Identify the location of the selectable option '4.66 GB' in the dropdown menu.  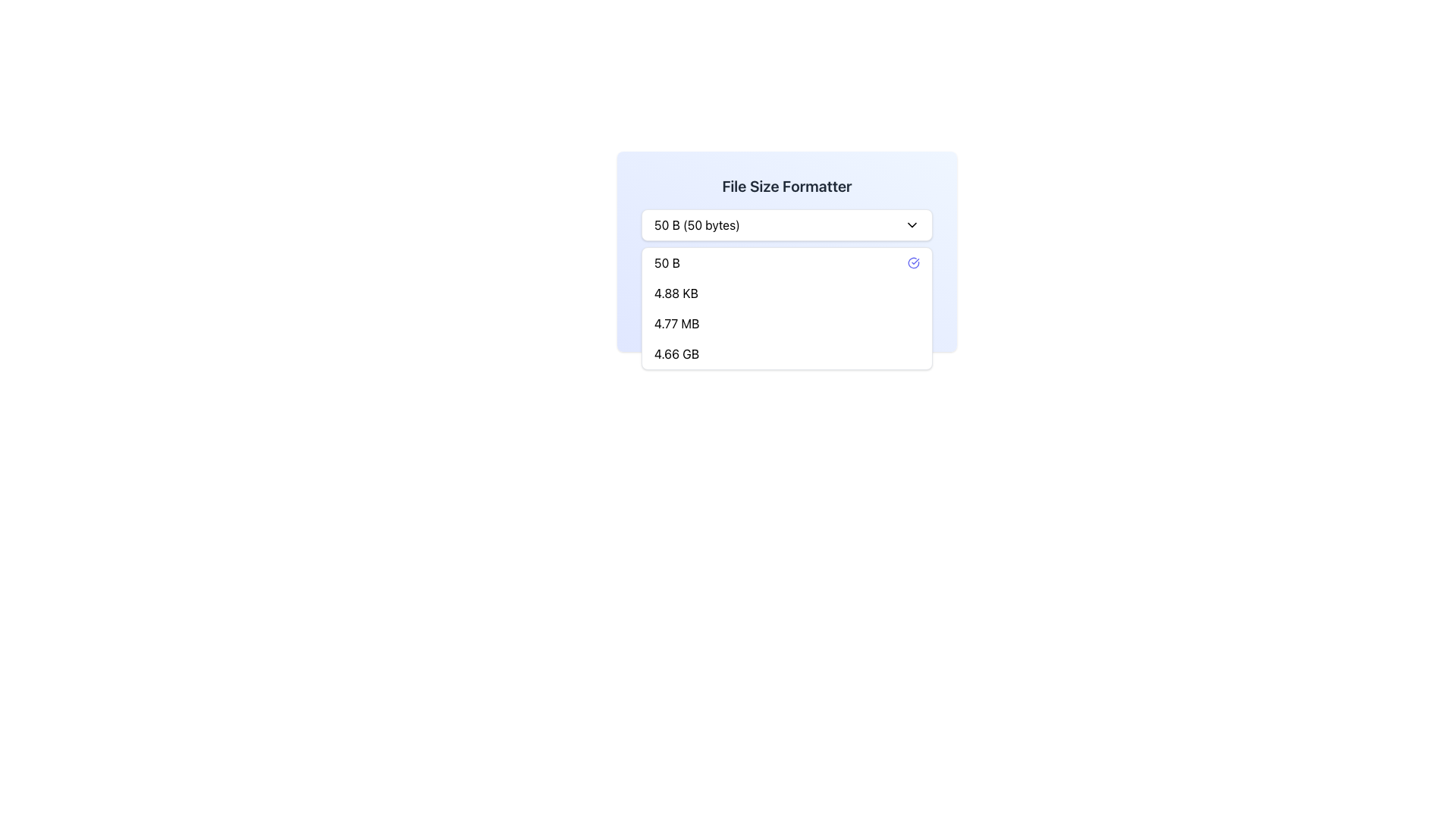
(676, 353).